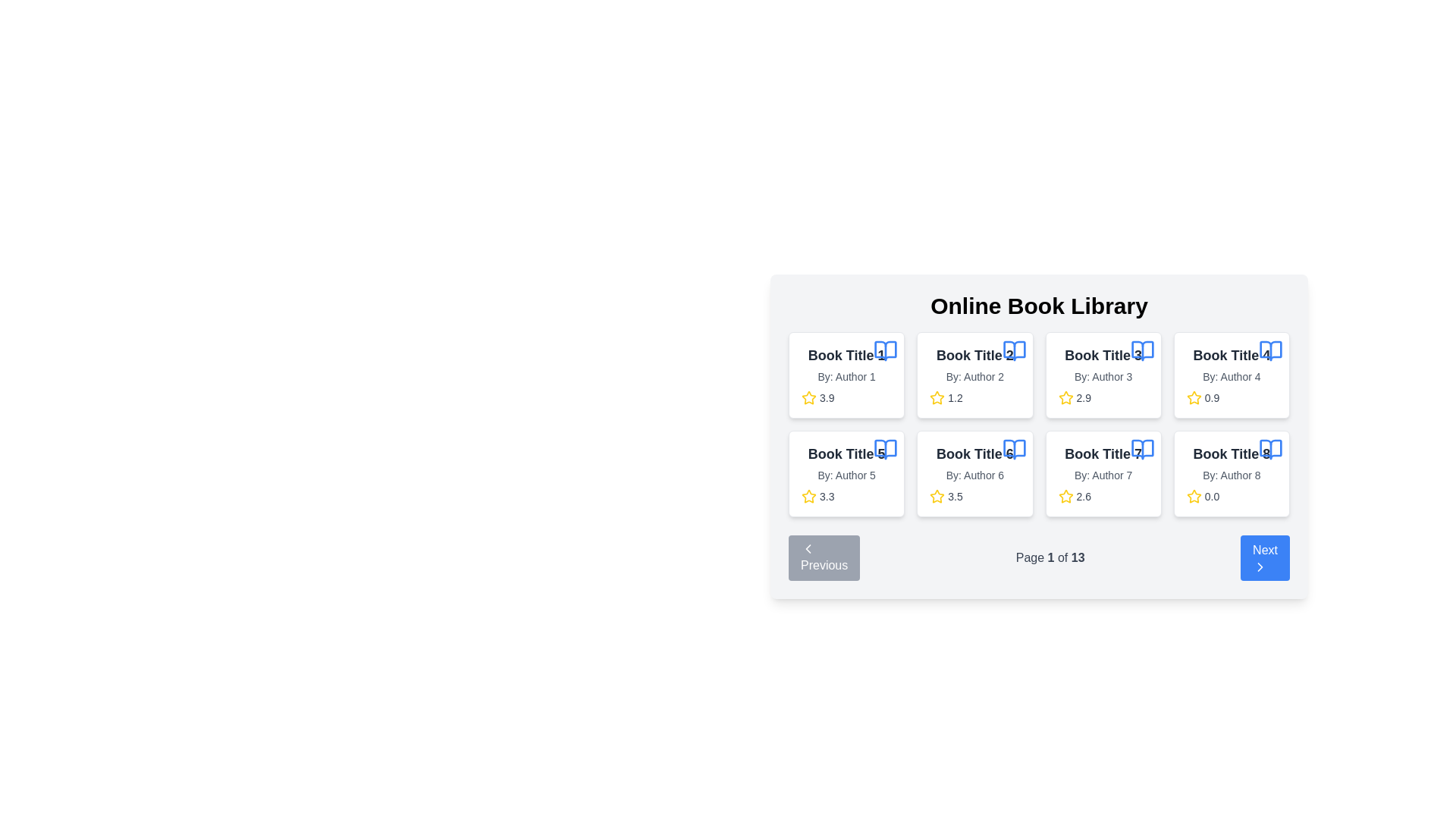 The height and width of the screenshot is (819, 1456). What do you see at coordinates (1232, 453) in the screenshot?
I see `the text label displaying 'Book Title 8' in the bottom-right book card of the 'Online Book Library' interface, which is styled with a bold font and dark gray color` at bounding box center [1232, 453].